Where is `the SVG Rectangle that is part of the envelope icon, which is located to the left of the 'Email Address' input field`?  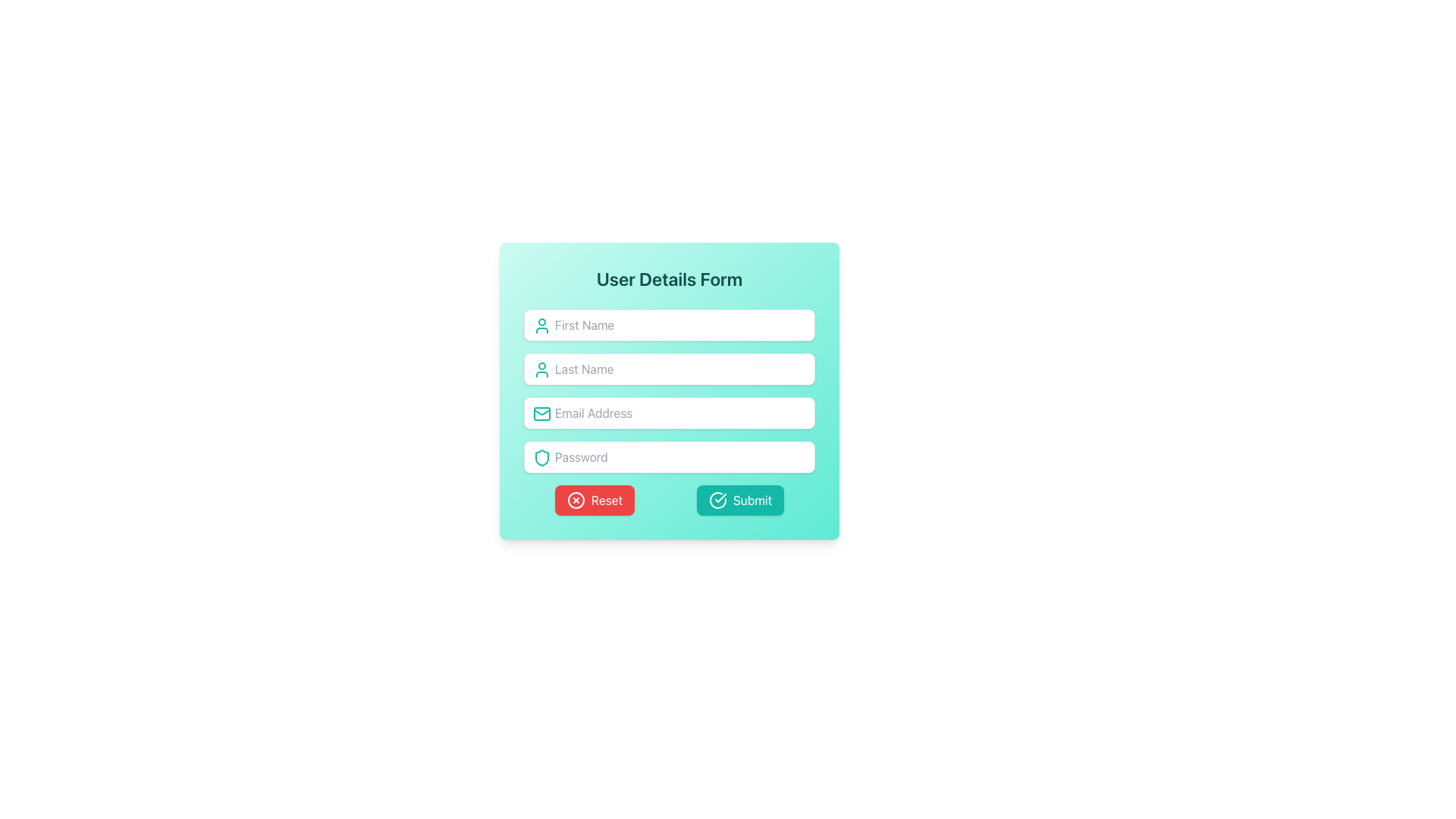
the SVG Rectangle that is part of the envelope icon, which is located to the left of the 'Email Address' input field is located at coordinates (542, 414).